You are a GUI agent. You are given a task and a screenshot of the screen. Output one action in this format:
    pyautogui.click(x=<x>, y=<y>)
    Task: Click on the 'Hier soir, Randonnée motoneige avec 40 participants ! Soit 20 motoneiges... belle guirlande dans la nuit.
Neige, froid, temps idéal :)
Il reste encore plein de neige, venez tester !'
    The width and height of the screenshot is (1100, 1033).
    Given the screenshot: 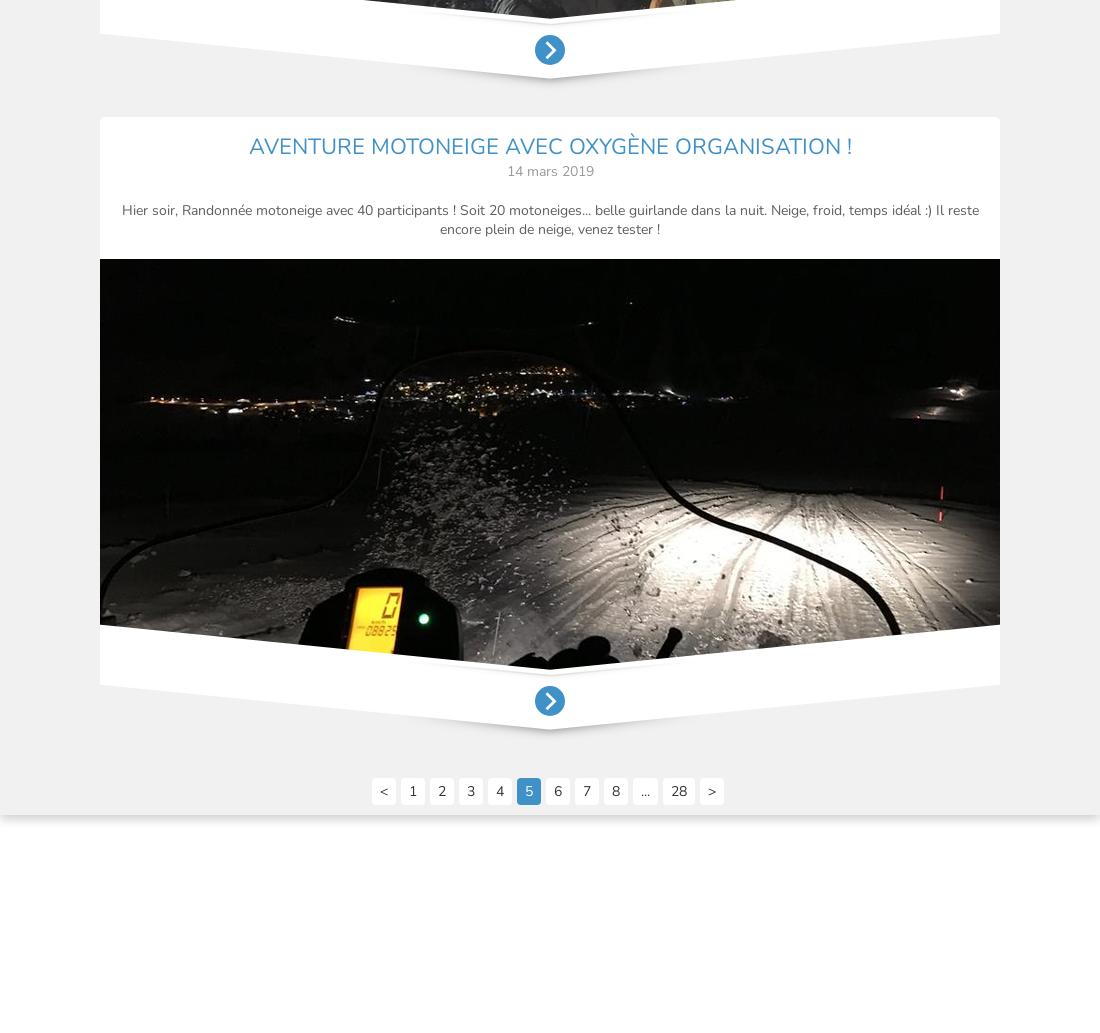 What is the action you would take?
    pyautogui.click(x=549, y=217)
    